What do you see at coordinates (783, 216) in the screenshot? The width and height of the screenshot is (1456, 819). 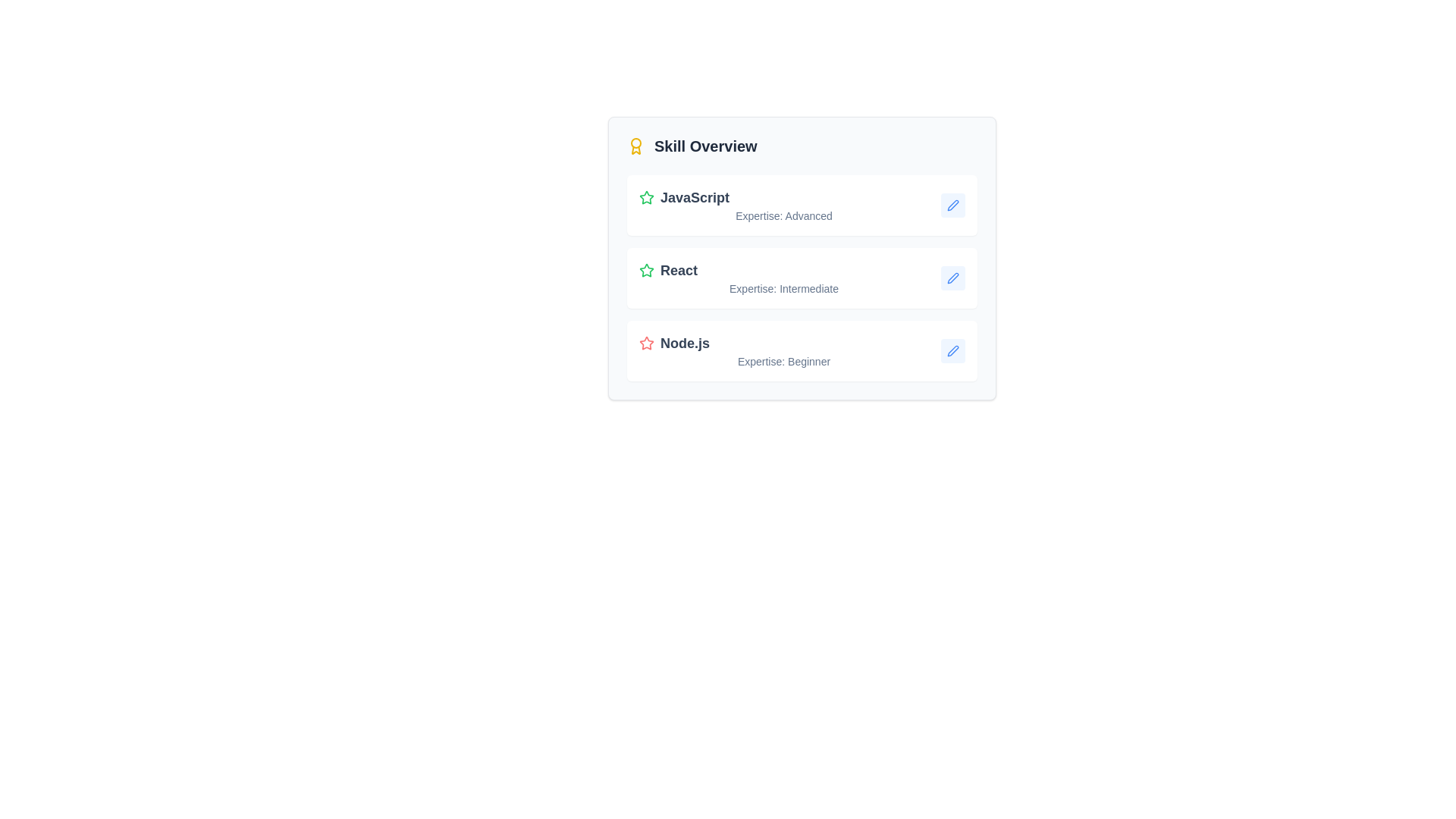 I see `text content of the label displaying 'Expertise: Advanced', which is styled in a smaller font size and grayish color, located below the 'JavaScript' label` at bounding box center [783, 216].